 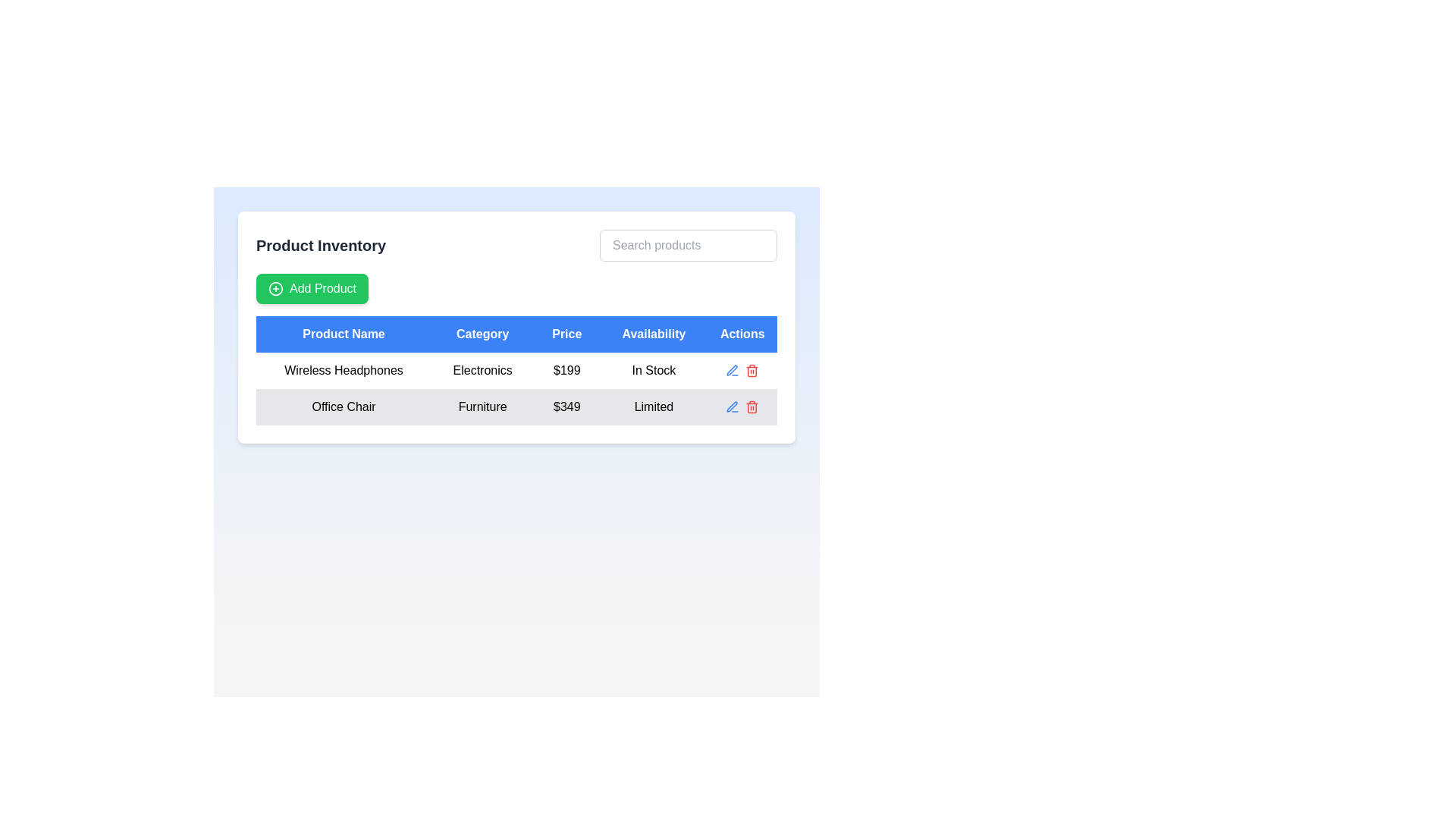 I want to click on the availability status text label located in the second row of the table, which is next to the '$349' entry in the 'Price' column, so click(x=654, y=406).